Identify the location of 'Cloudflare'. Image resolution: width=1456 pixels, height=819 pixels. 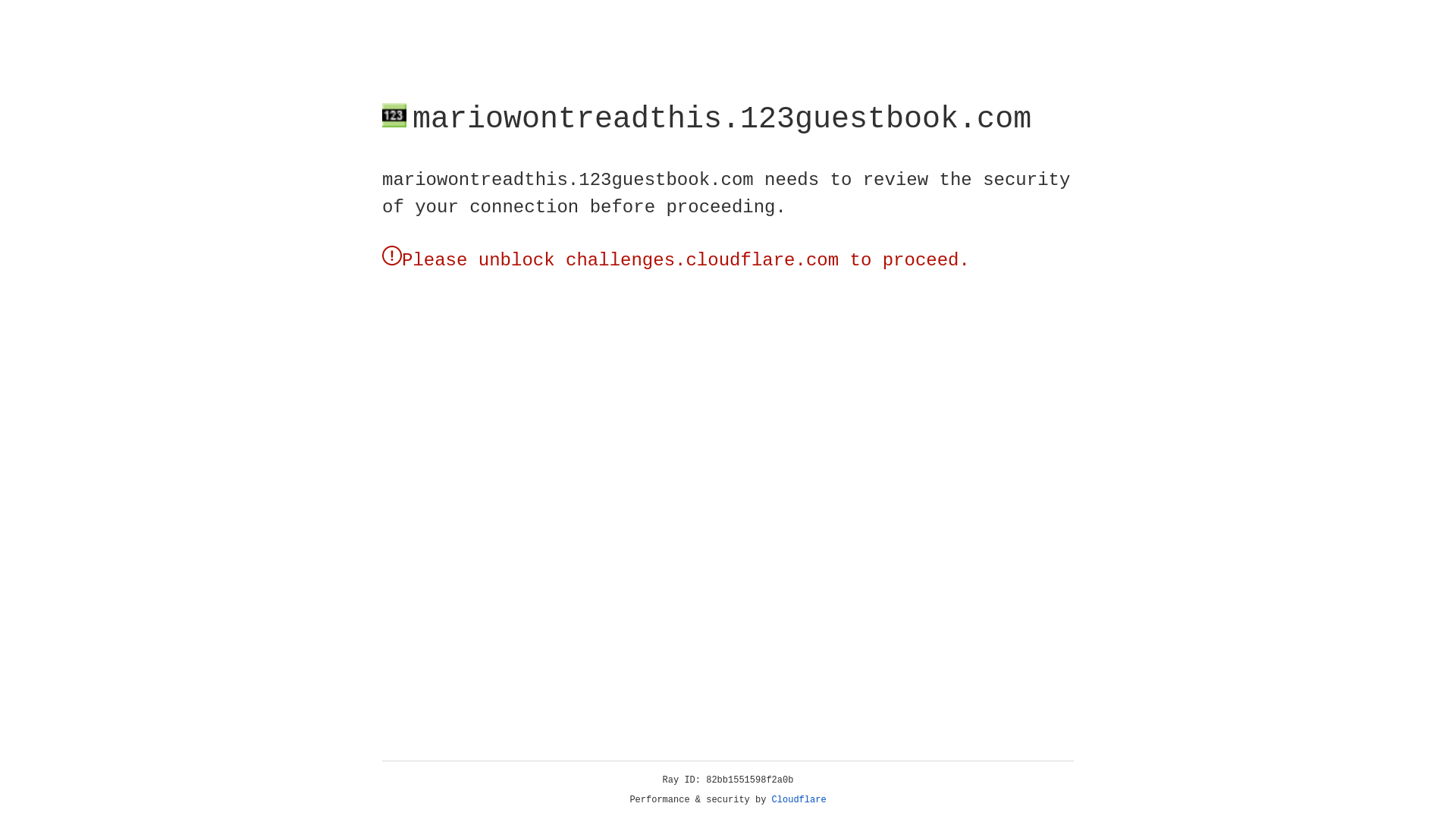
(799, 799).